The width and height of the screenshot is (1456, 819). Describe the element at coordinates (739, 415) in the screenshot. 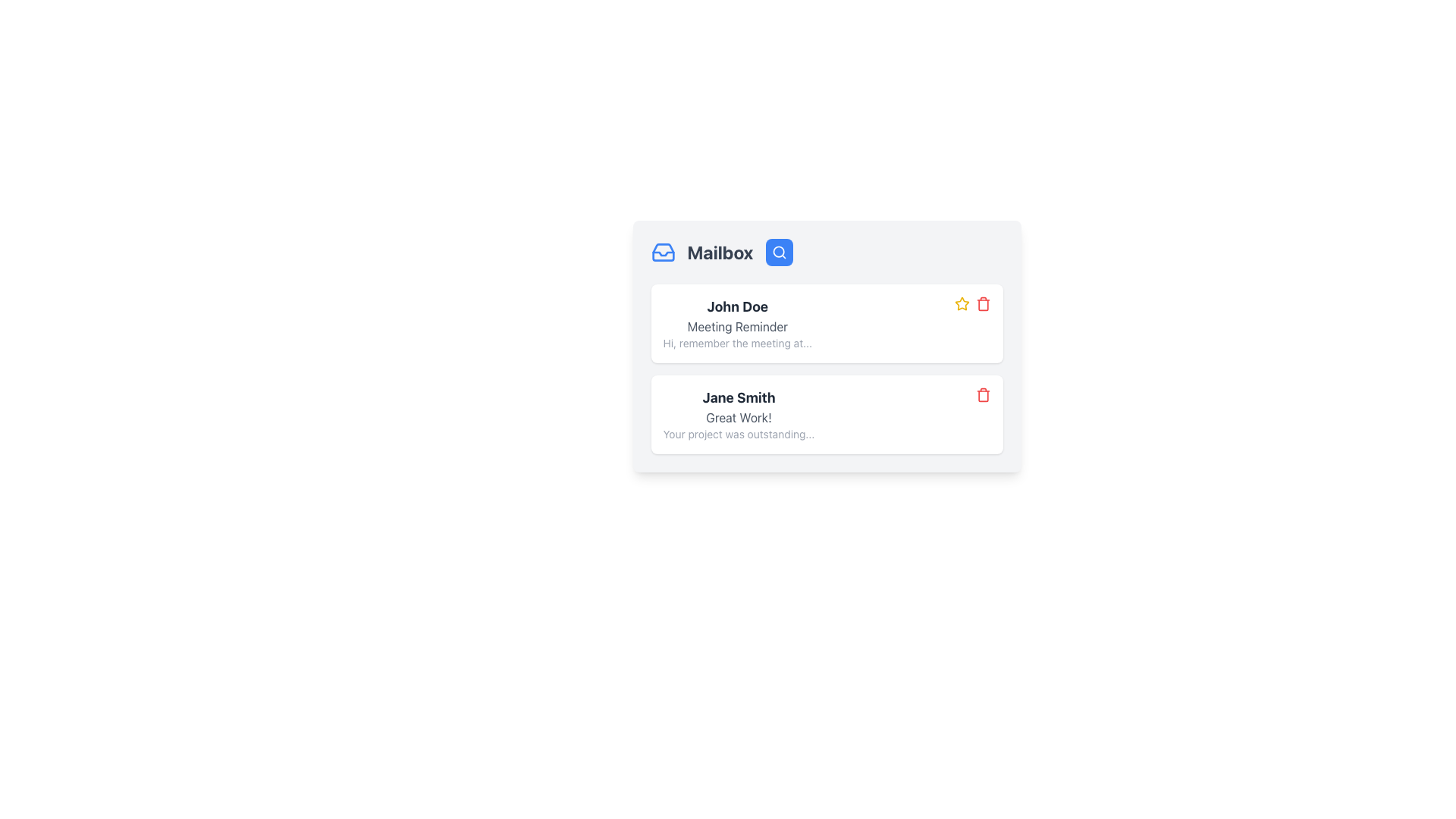

I see `the text content block displaying user-related information located in the second card of the vertical list` at that location.